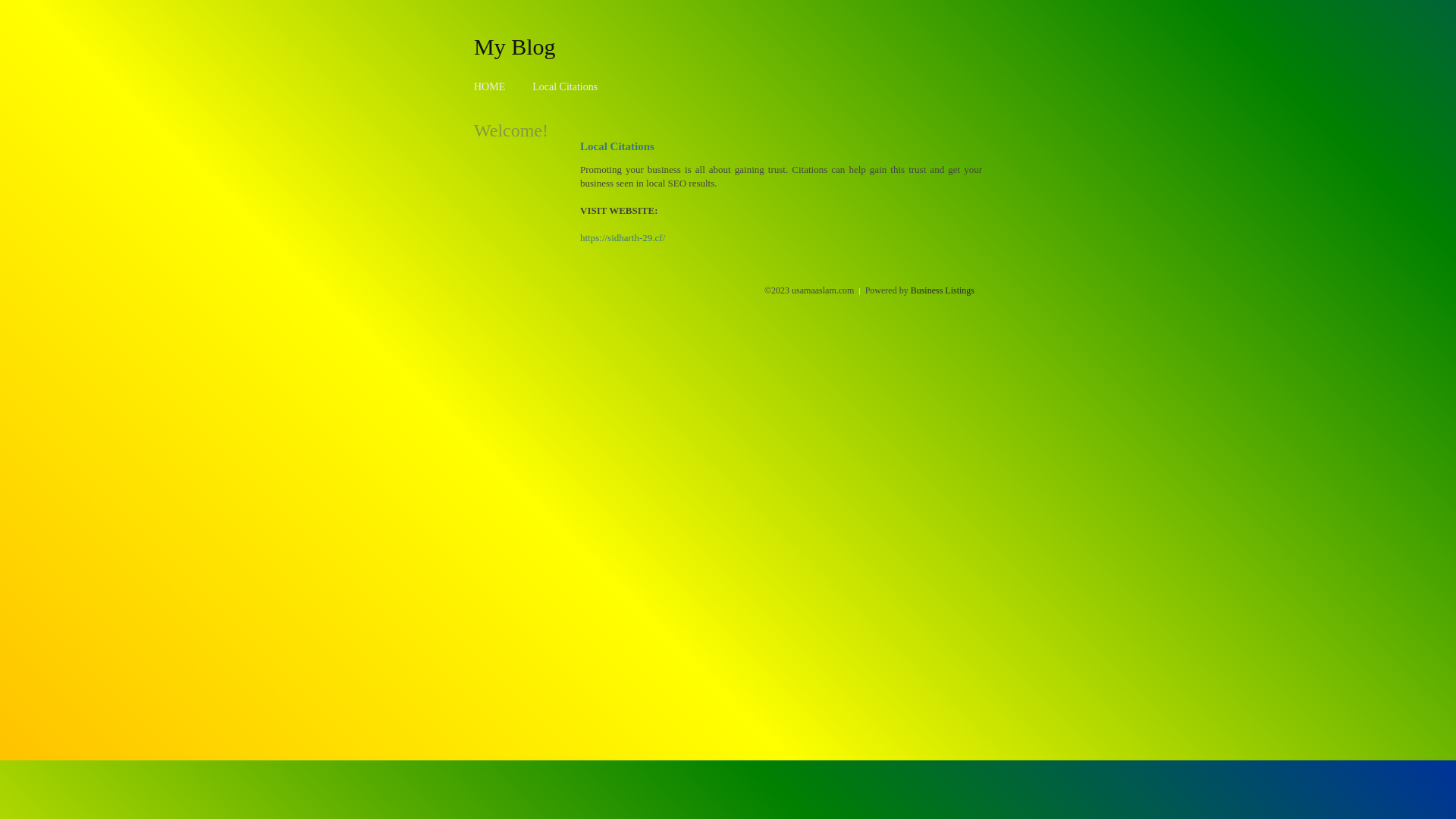  What do you see at coordinates (489, 86) in the screenshot?
I see `'HOME'` at bounding box center [489, 86].